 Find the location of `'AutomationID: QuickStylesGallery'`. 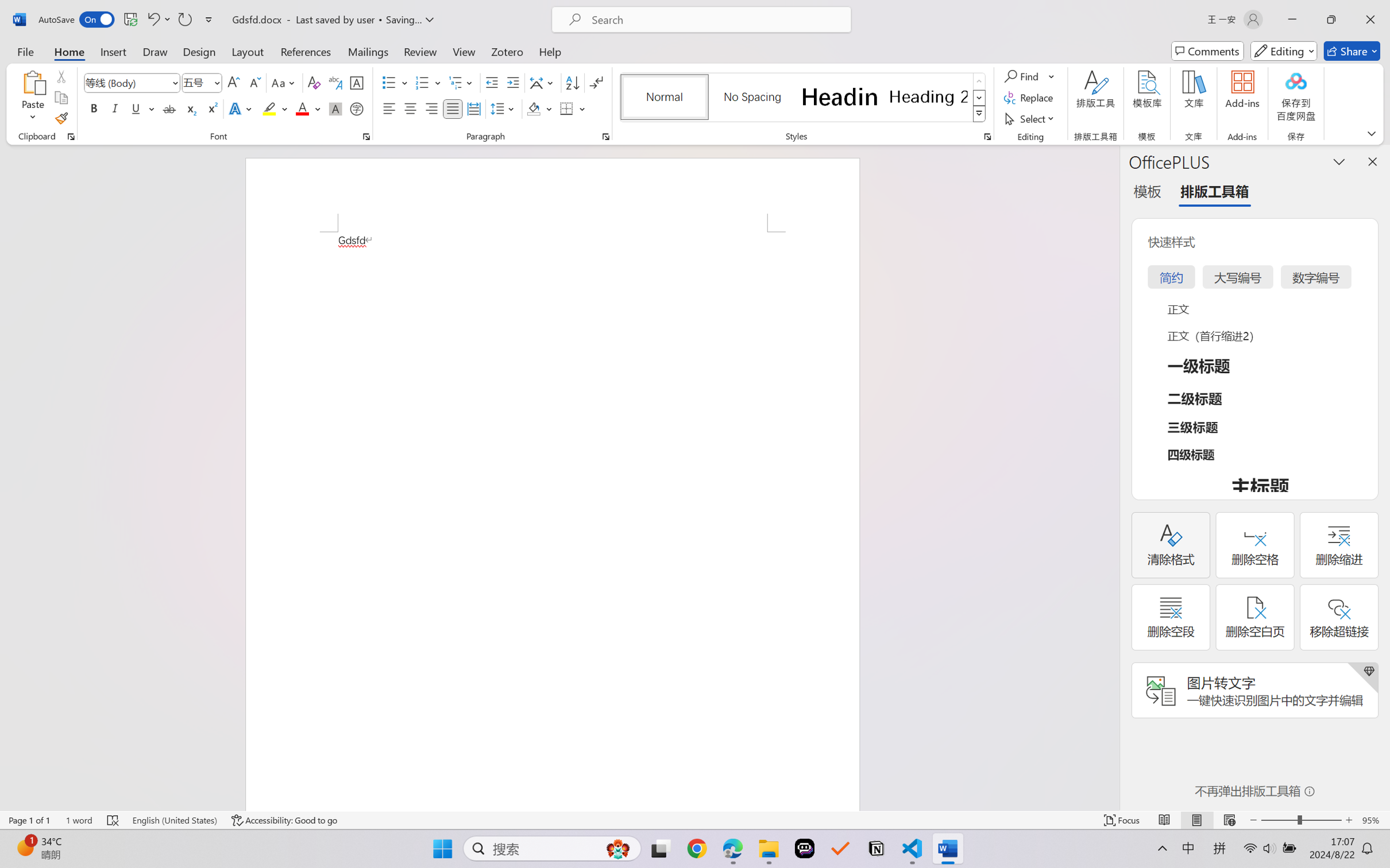

'AutomationID: QuickStylesGallery' is located at coordinates (802, 98).